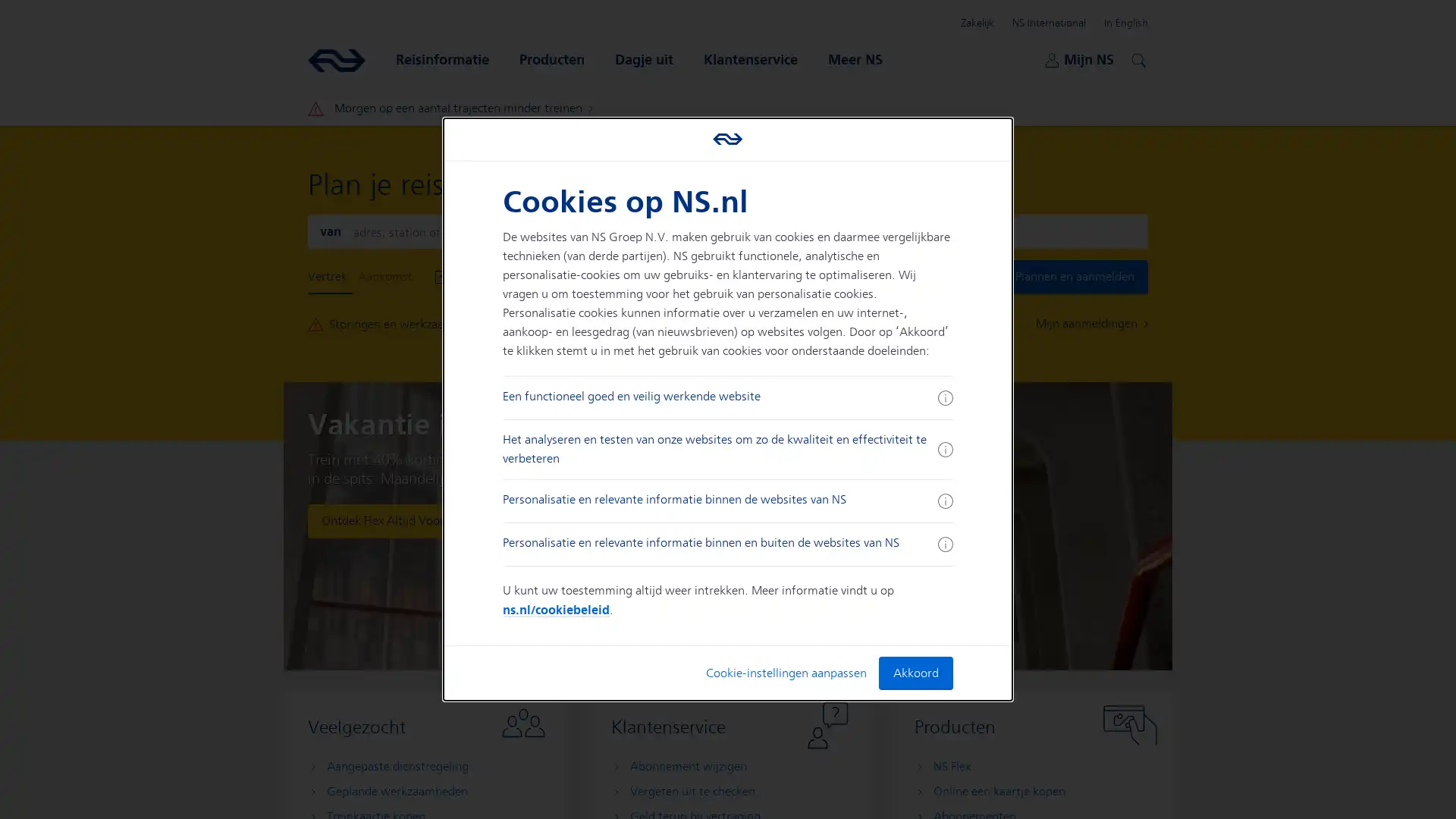 This screenshot has height=819, width=1456. Describe the element at coordinates (1074, 277) in the screenshot. I see `Plannen en aanmelden` at that location.